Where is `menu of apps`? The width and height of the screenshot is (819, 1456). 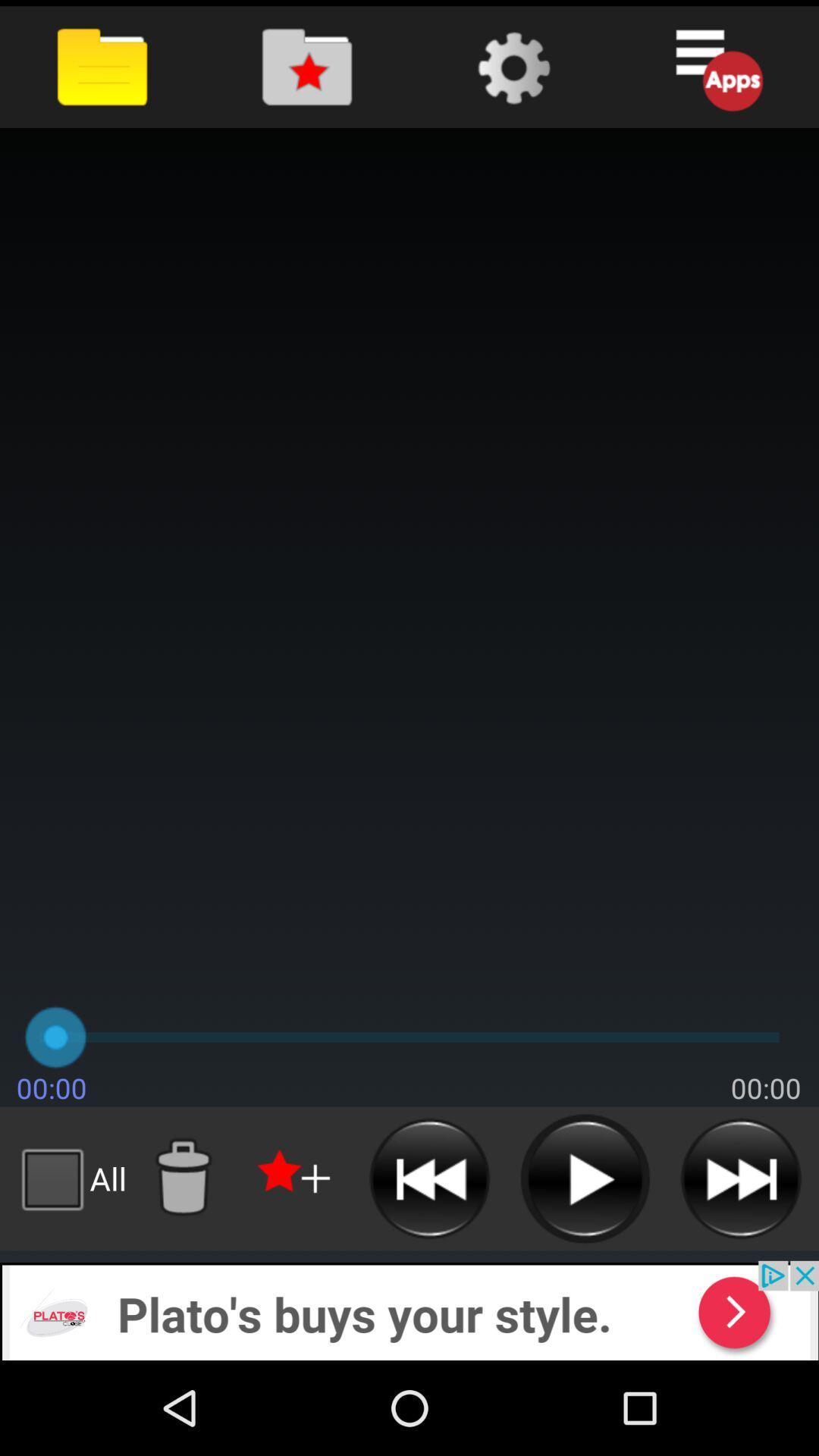
menu of apps is located at coordinates (717, 66).